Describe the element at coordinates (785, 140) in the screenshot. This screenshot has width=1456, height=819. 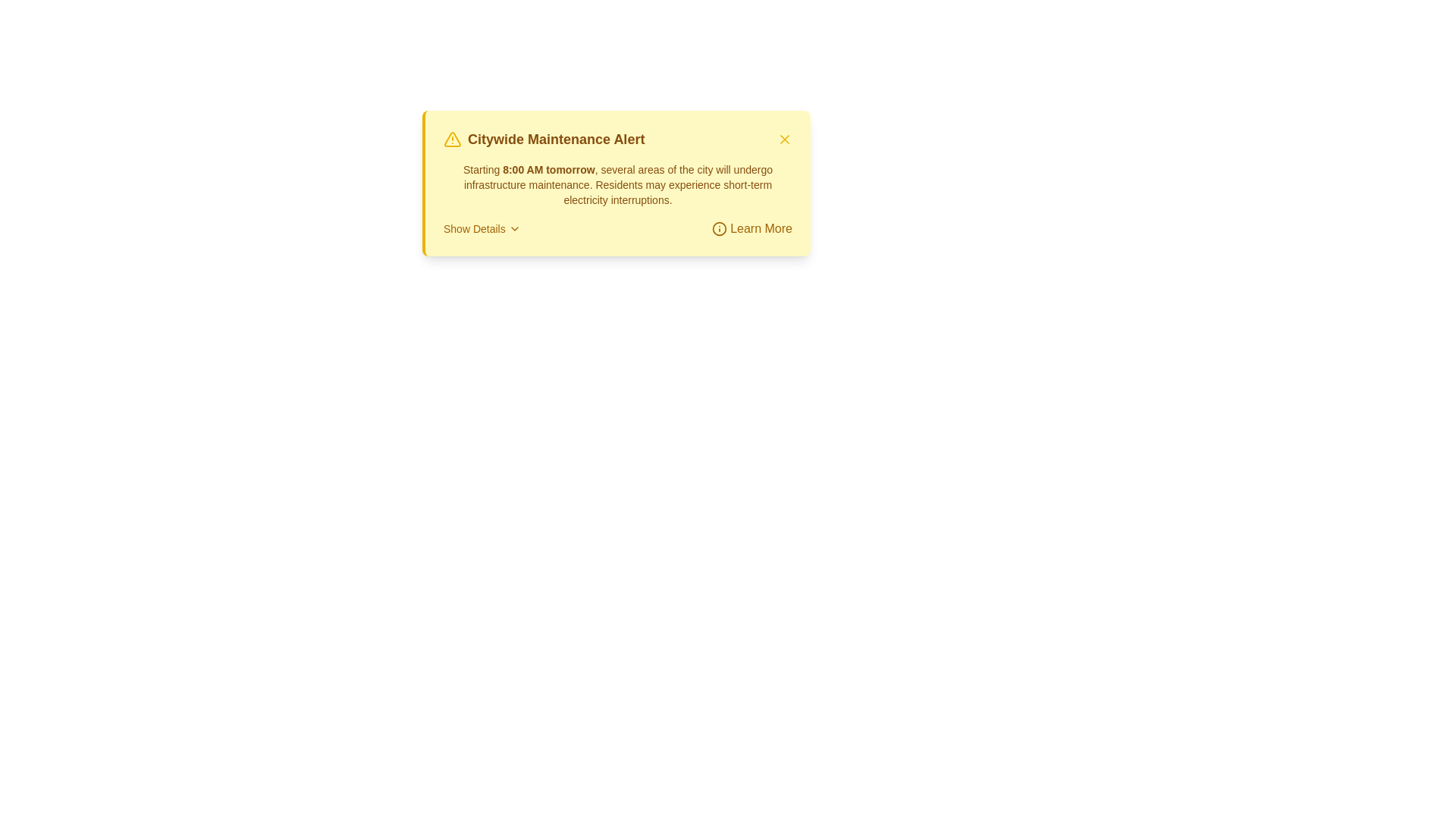
I see `the 'X' icon in the top-right corner of the yellow alert box` at that location.